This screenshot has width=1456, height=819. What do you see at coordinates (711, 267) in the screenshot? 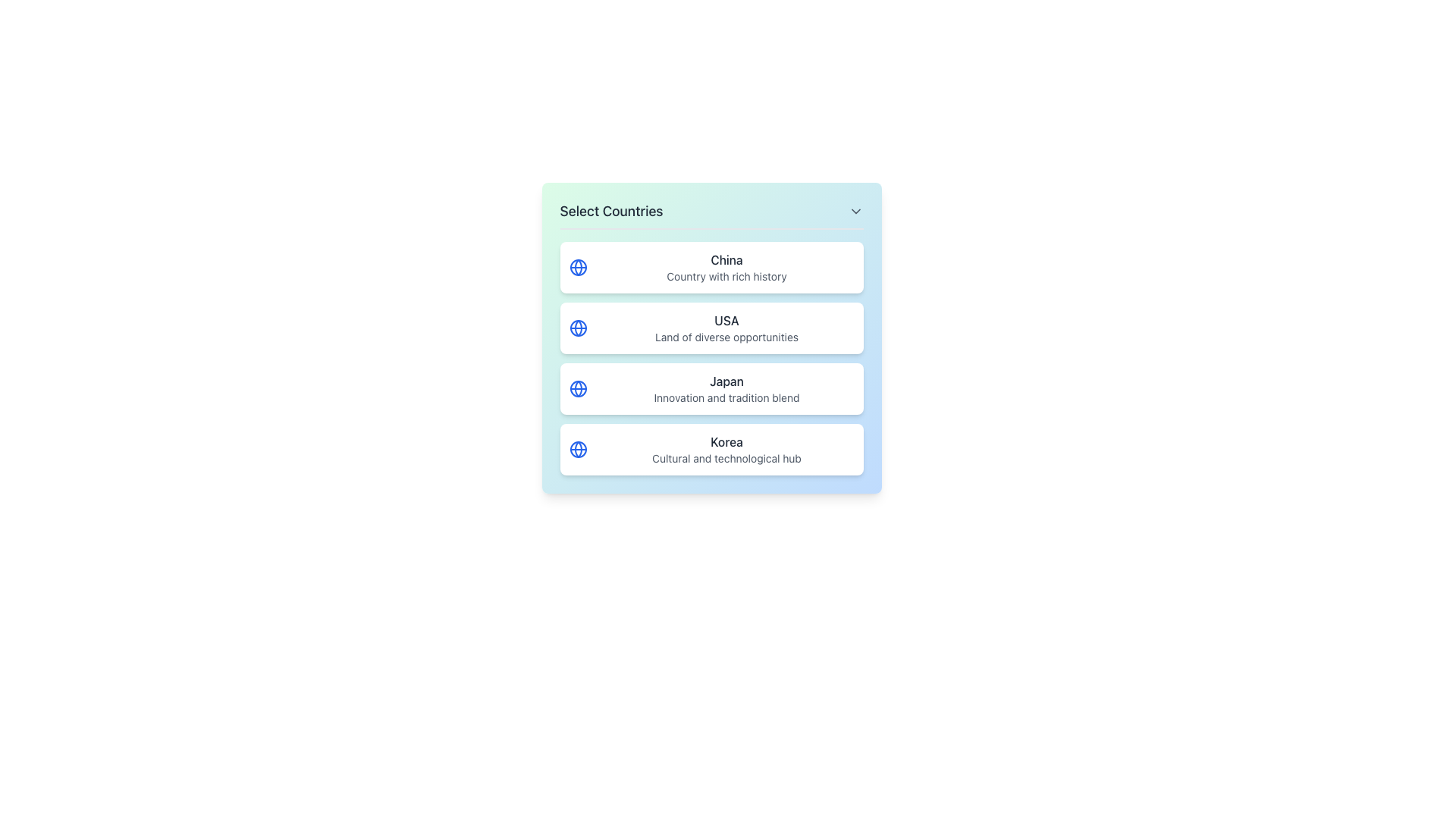
I see `the Clickable Card representing the country 'China' in the 'Select Countries' section` at bounding box center [711, 267].